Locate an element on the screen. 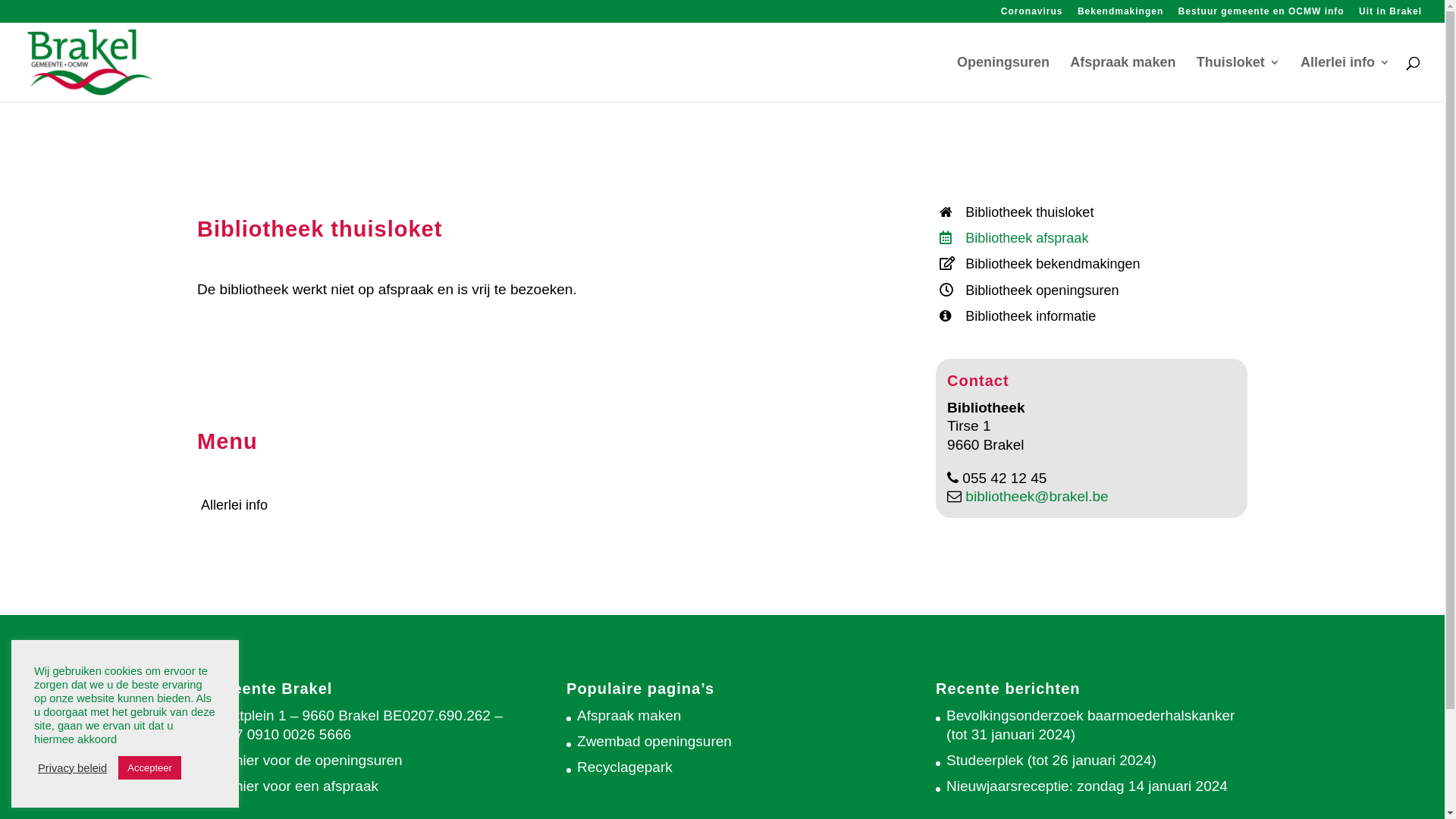  'Zwembad openingsuren' is located at coordinates (654, 740).